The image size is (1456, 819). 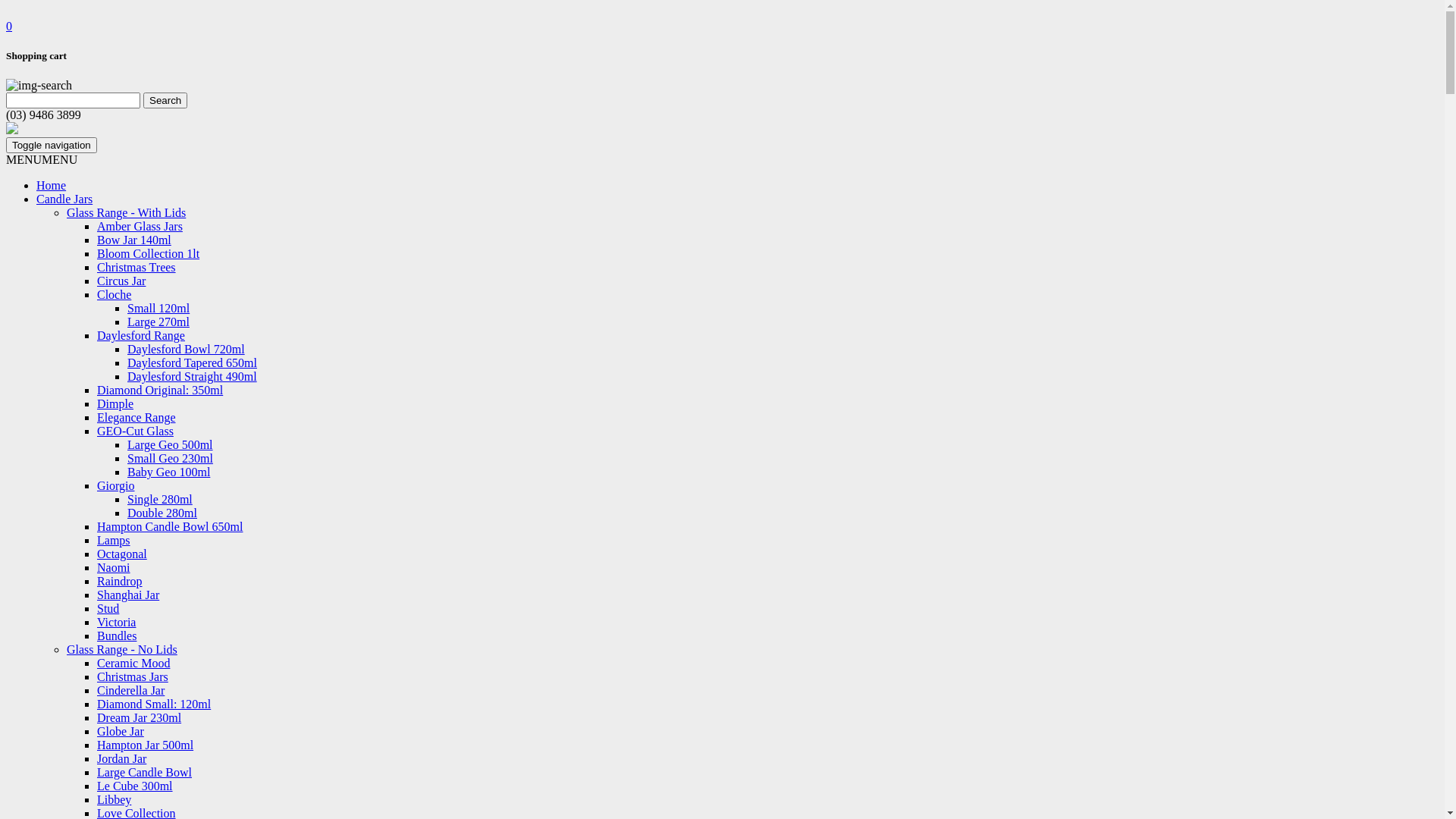 I want to click on 'Hampton Jar 500ml', so click(x=145, y=744).